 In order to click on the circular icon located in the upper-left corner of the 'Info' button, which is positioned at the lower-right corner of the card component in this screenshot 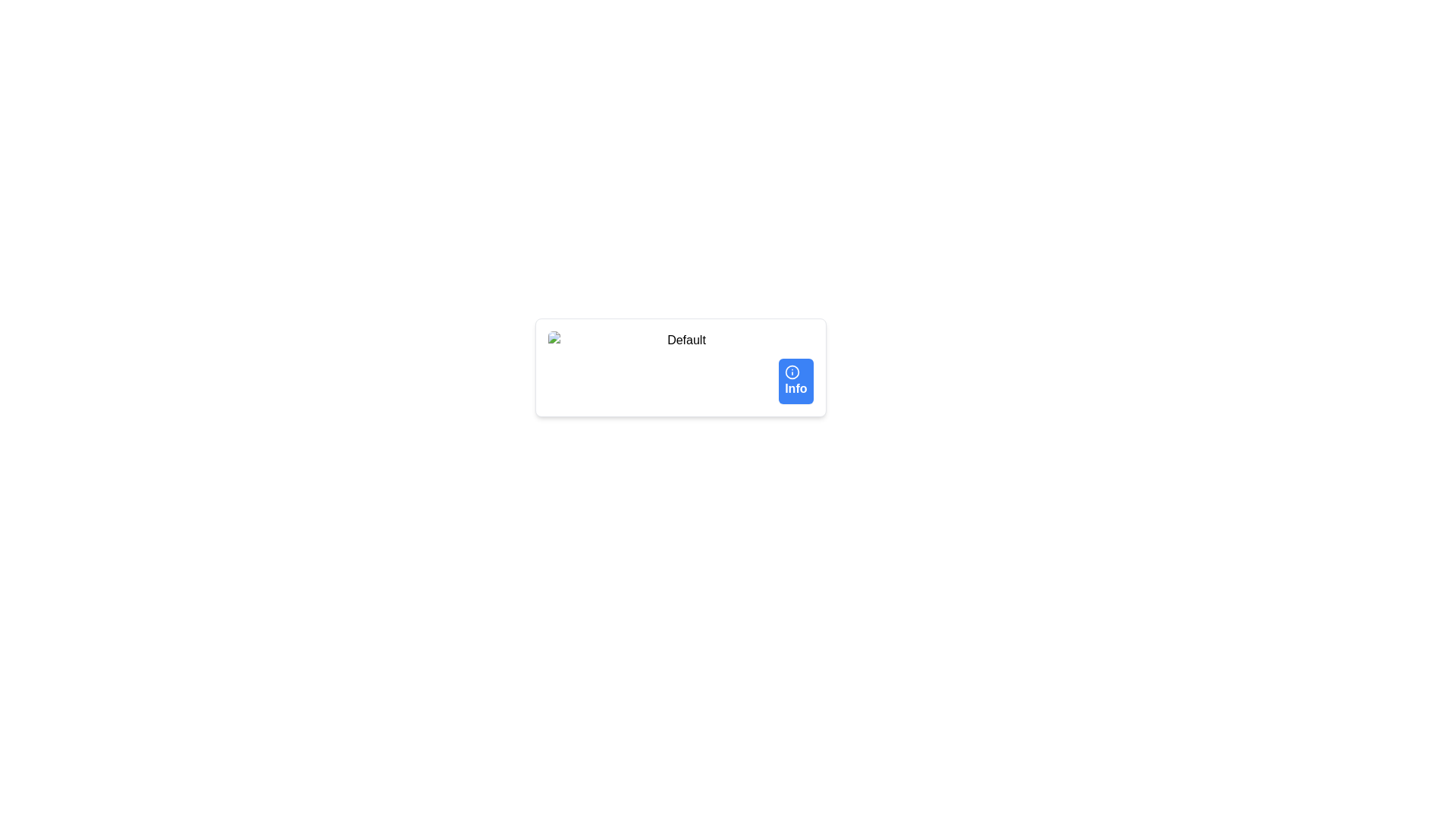, I will do `click(792, 372)`.